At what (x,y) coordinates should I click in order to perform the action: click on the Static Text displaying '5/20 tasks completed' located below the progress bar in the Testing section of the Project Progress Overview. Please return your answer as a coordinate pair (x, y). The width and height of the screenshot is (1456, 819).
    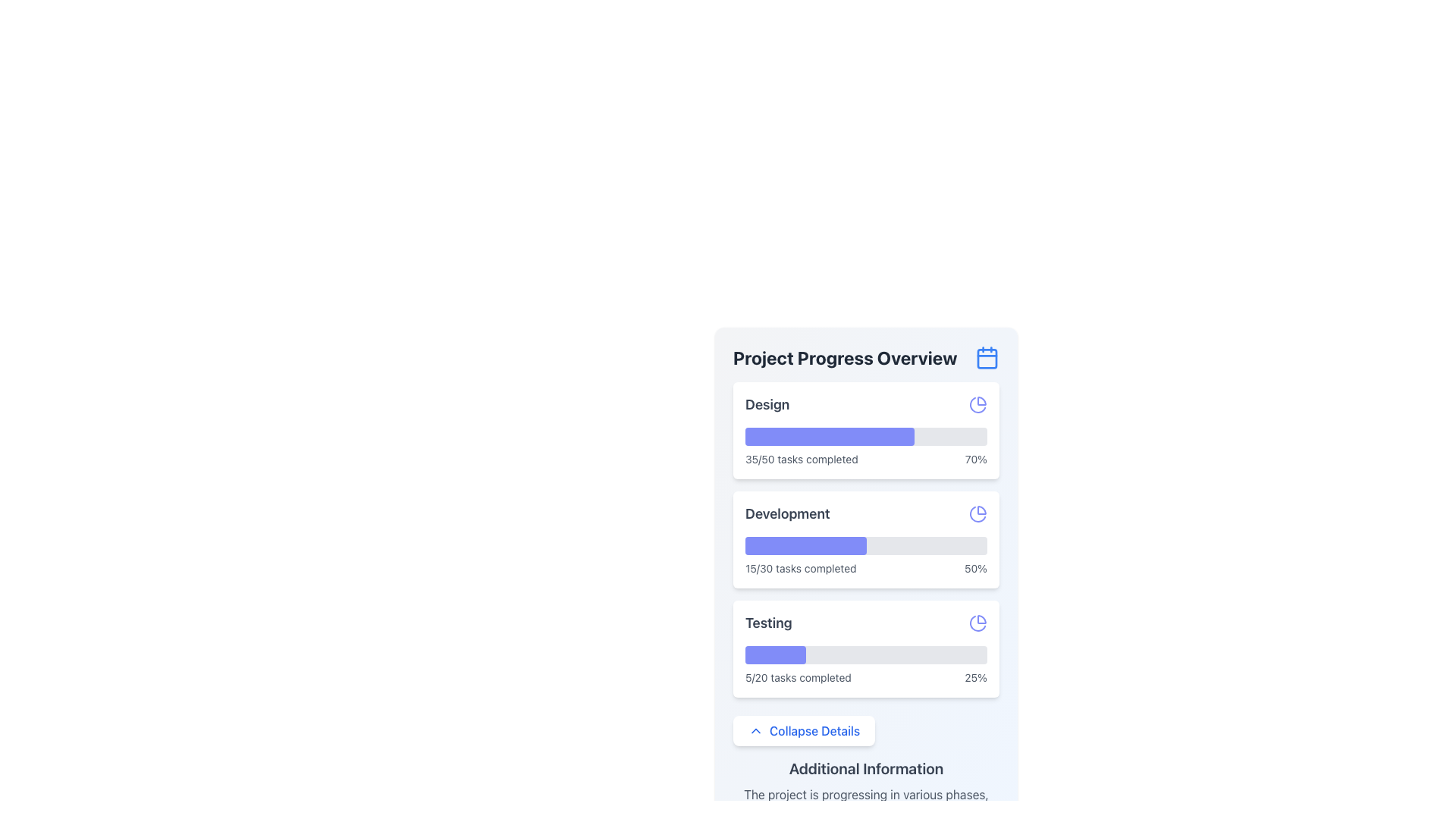
    Looking at the image, I should click on (797, 677).